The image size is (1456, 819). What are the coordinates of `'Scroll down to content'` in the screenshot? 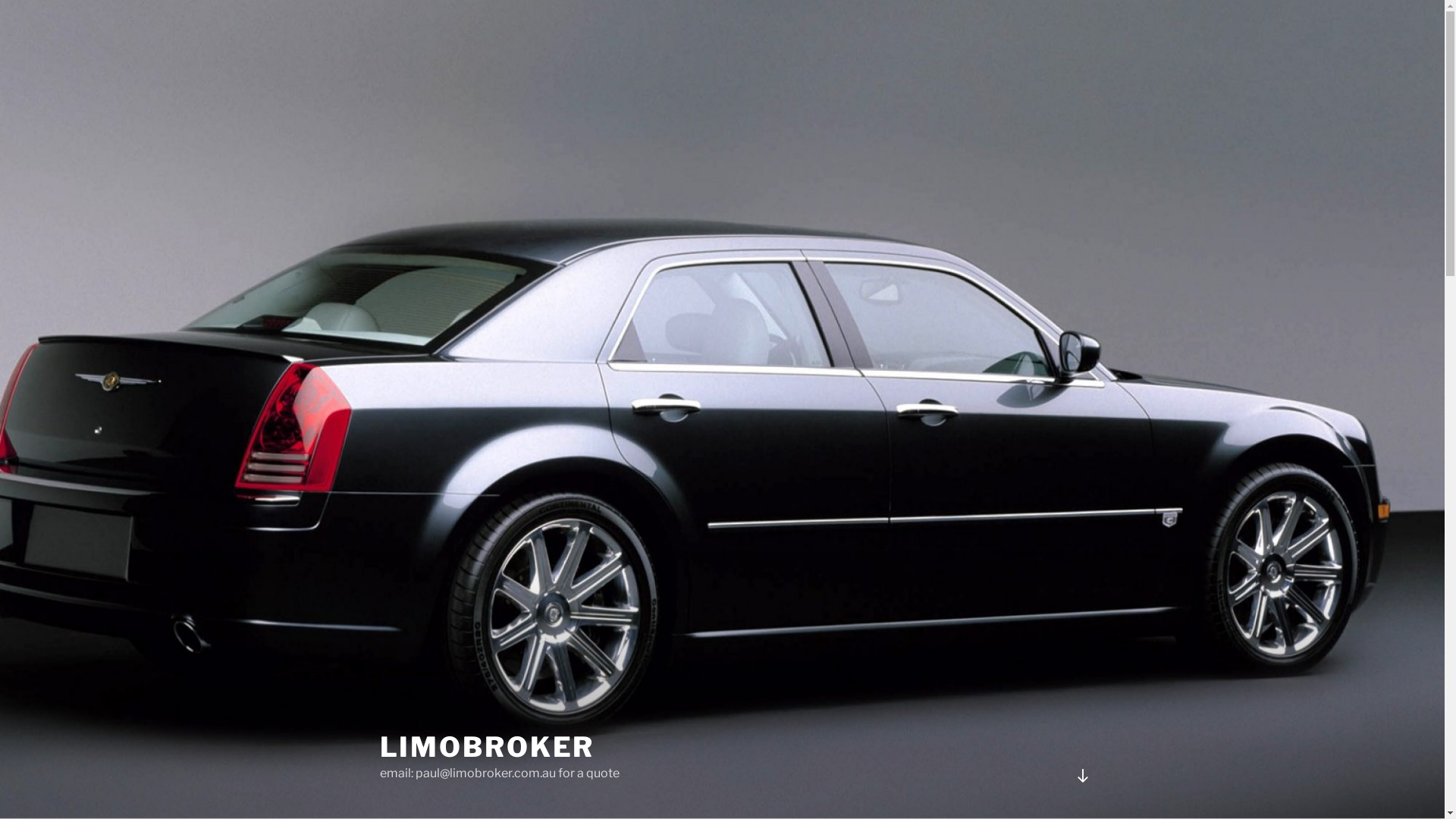 It's located at (1081, 775).